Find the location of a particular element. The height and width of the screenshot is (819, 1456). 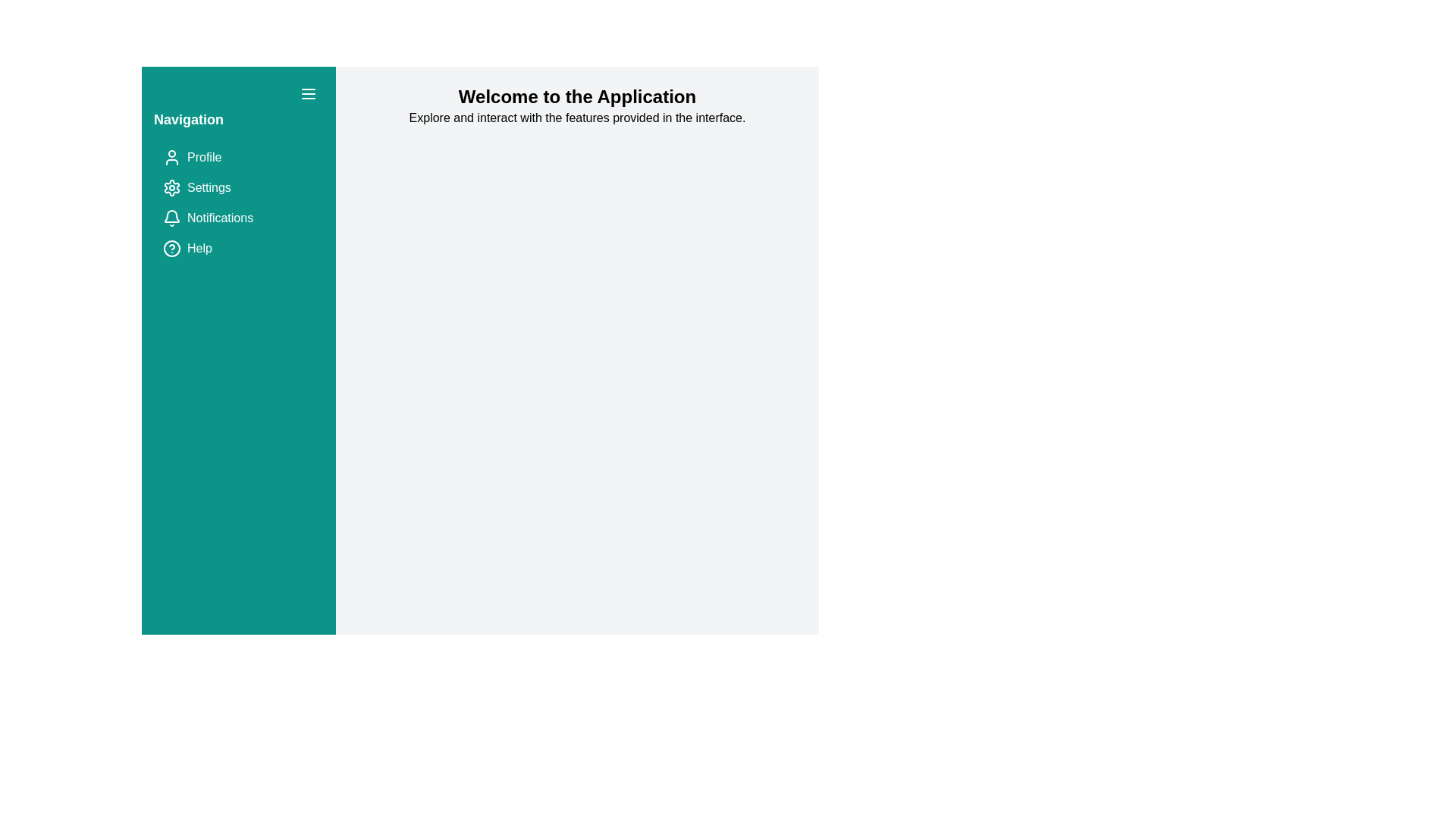

the menu item labeled Notifications is located at coordinates (238, 218).